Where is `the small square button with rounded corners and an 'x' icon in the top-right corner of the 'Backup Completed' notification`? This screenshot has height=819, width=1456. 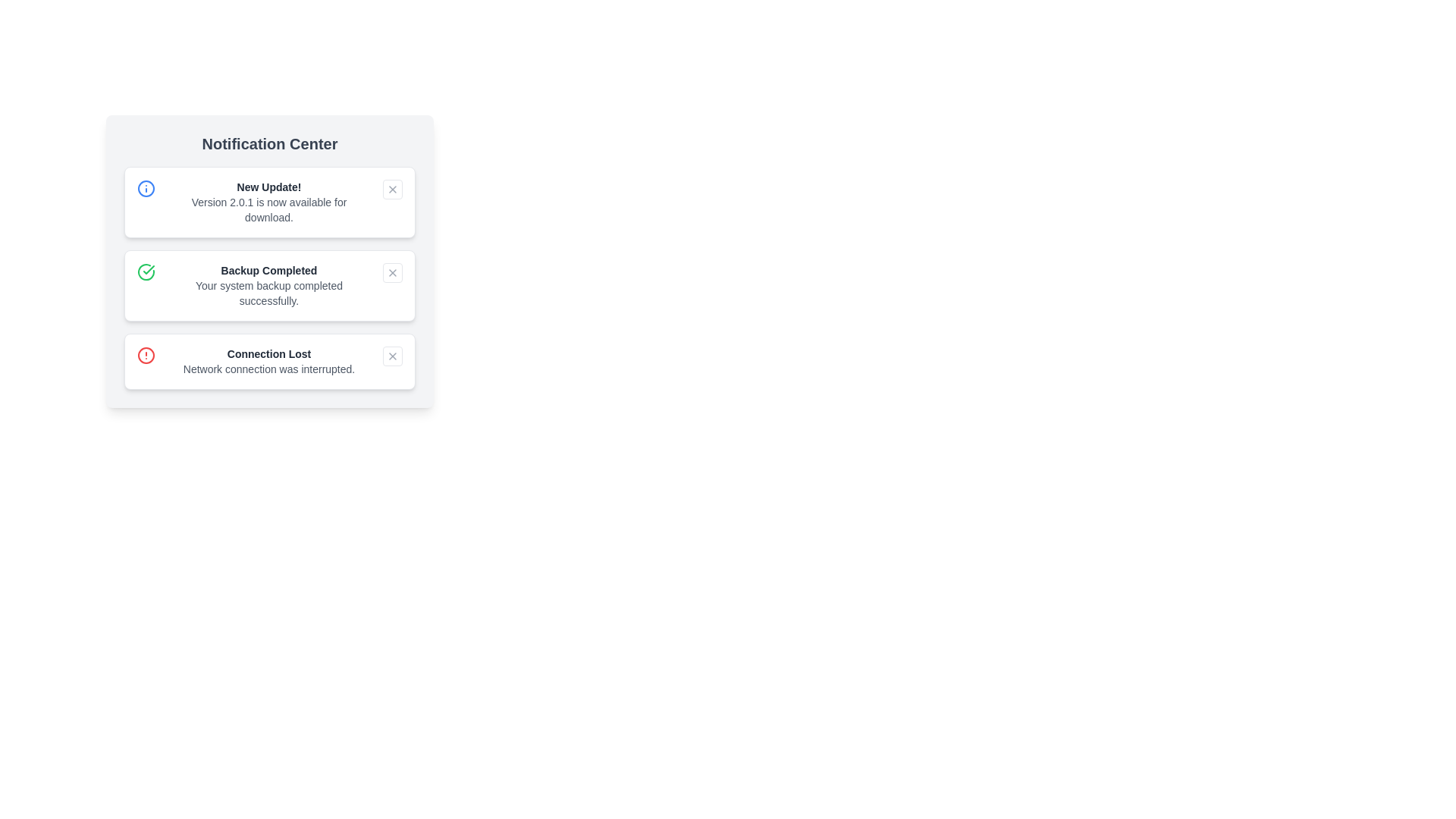 the small square button with rounded corners and an 'x' icon in the top-right corner of the 'Backup Completed' notification is located at coordinates (393, 271).